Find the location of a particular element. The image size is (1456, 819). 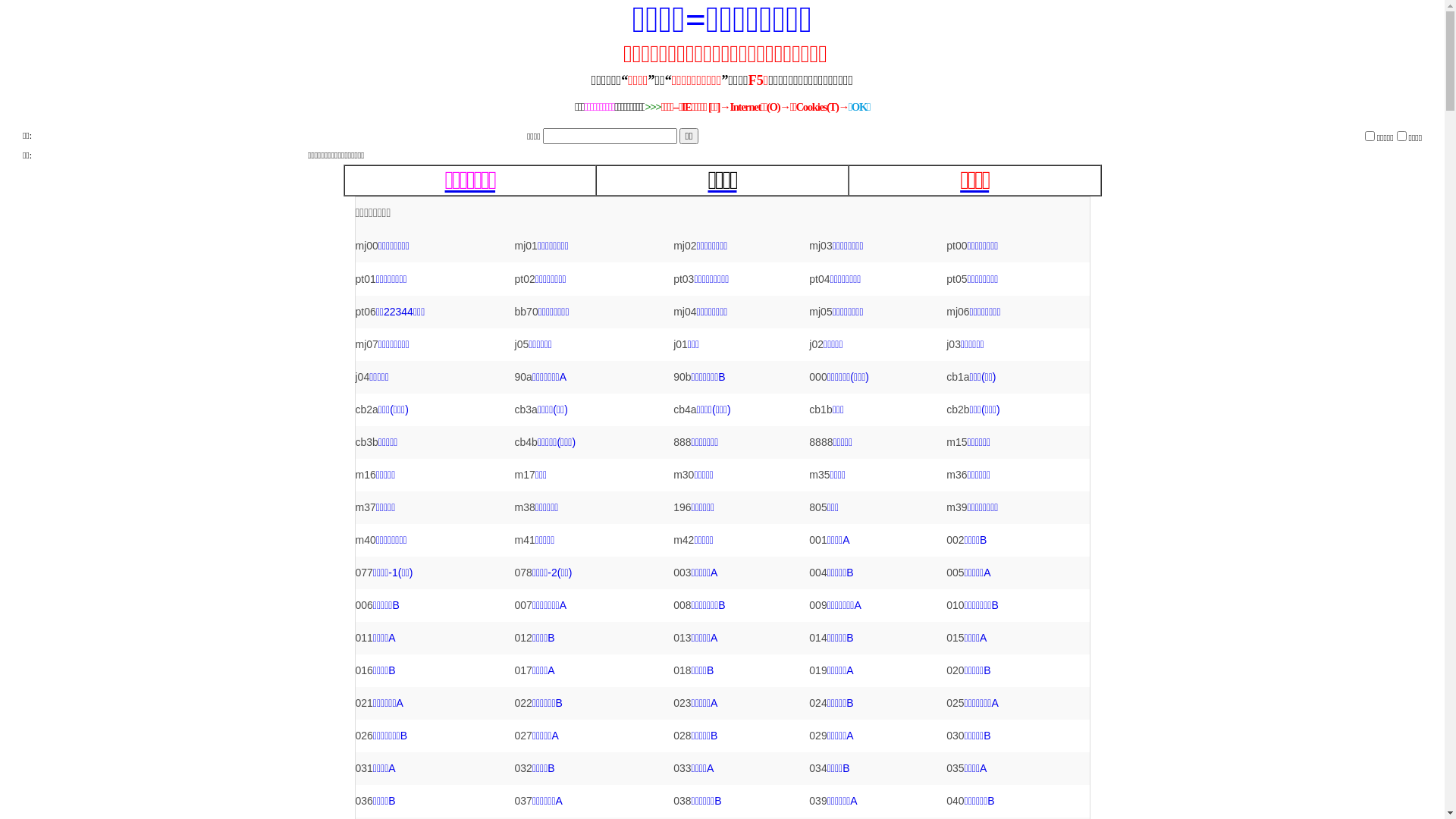

'm30' is located at coordinates (682, 473).